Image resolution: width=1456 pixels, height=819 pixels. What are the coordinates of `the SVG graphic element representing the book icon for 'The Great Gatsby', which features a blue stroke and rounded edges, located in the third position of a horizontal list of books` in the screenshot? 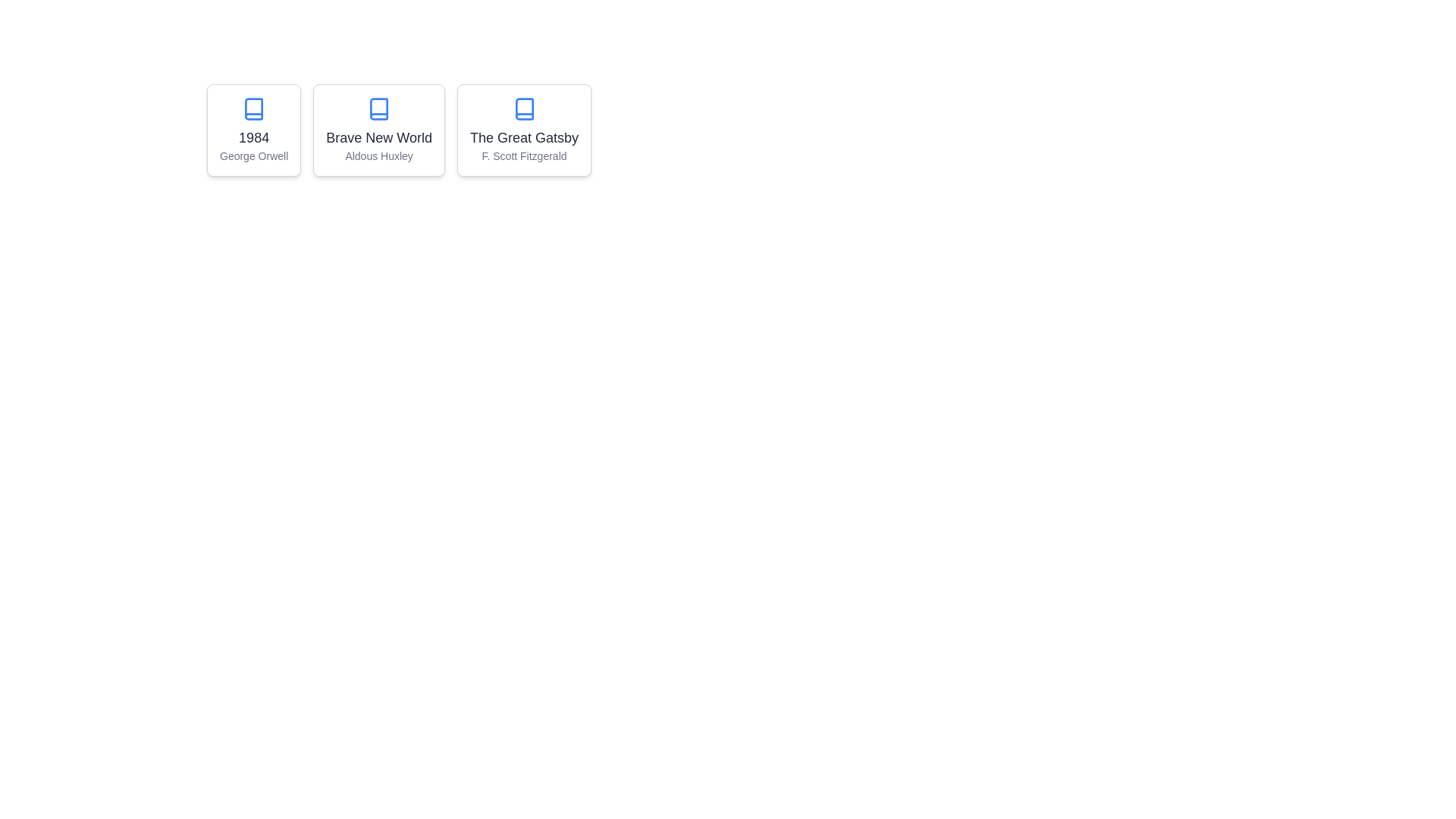 It's located at (524, 108).